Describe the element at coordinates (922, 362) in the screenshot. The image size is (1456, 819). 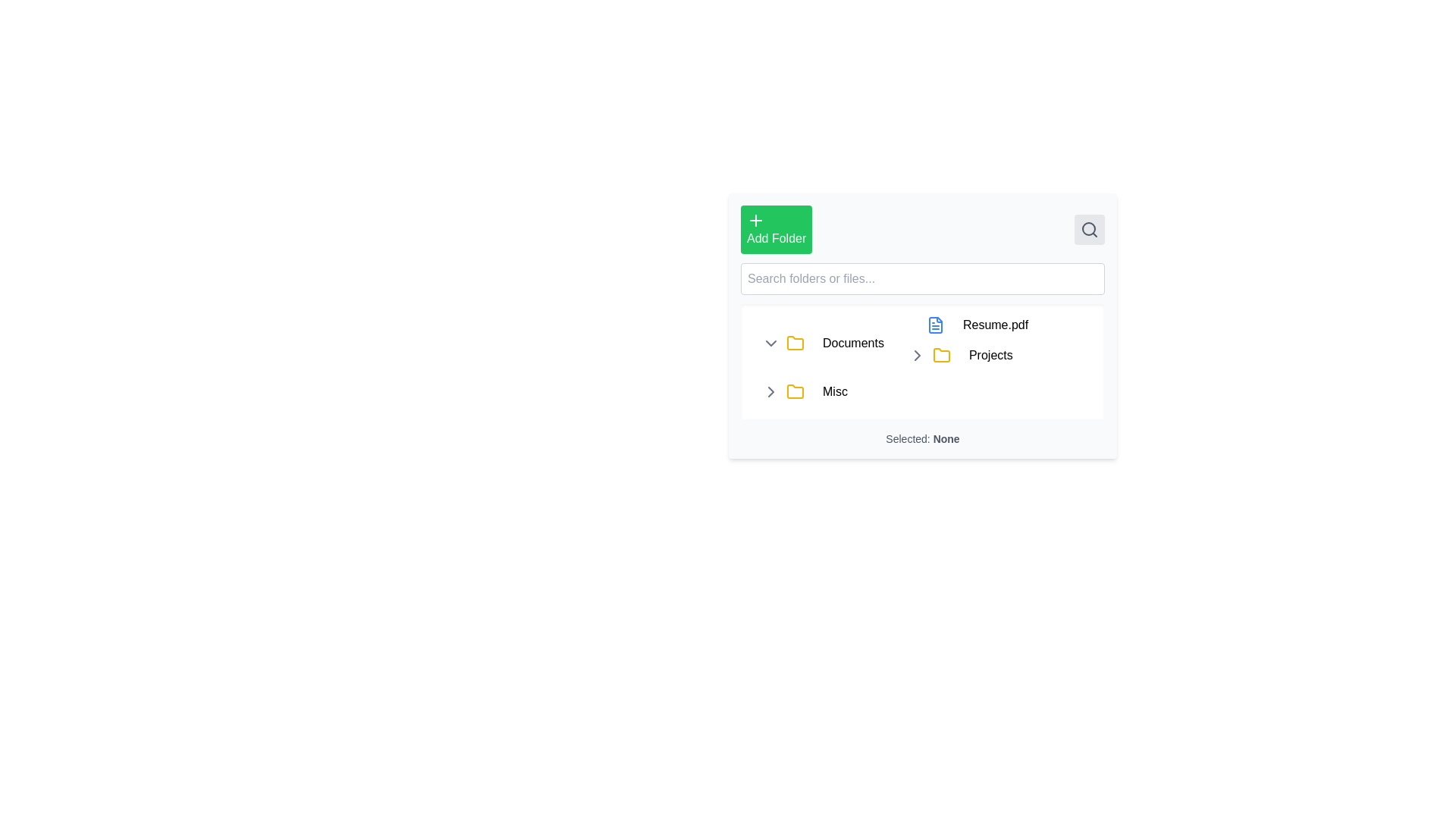
I see `the items within the file explorer interface component located below the 'Add Folder' section, which contains 'Documents', 'Resume.pdf', 'Projects', and 'Misc'` at that location.